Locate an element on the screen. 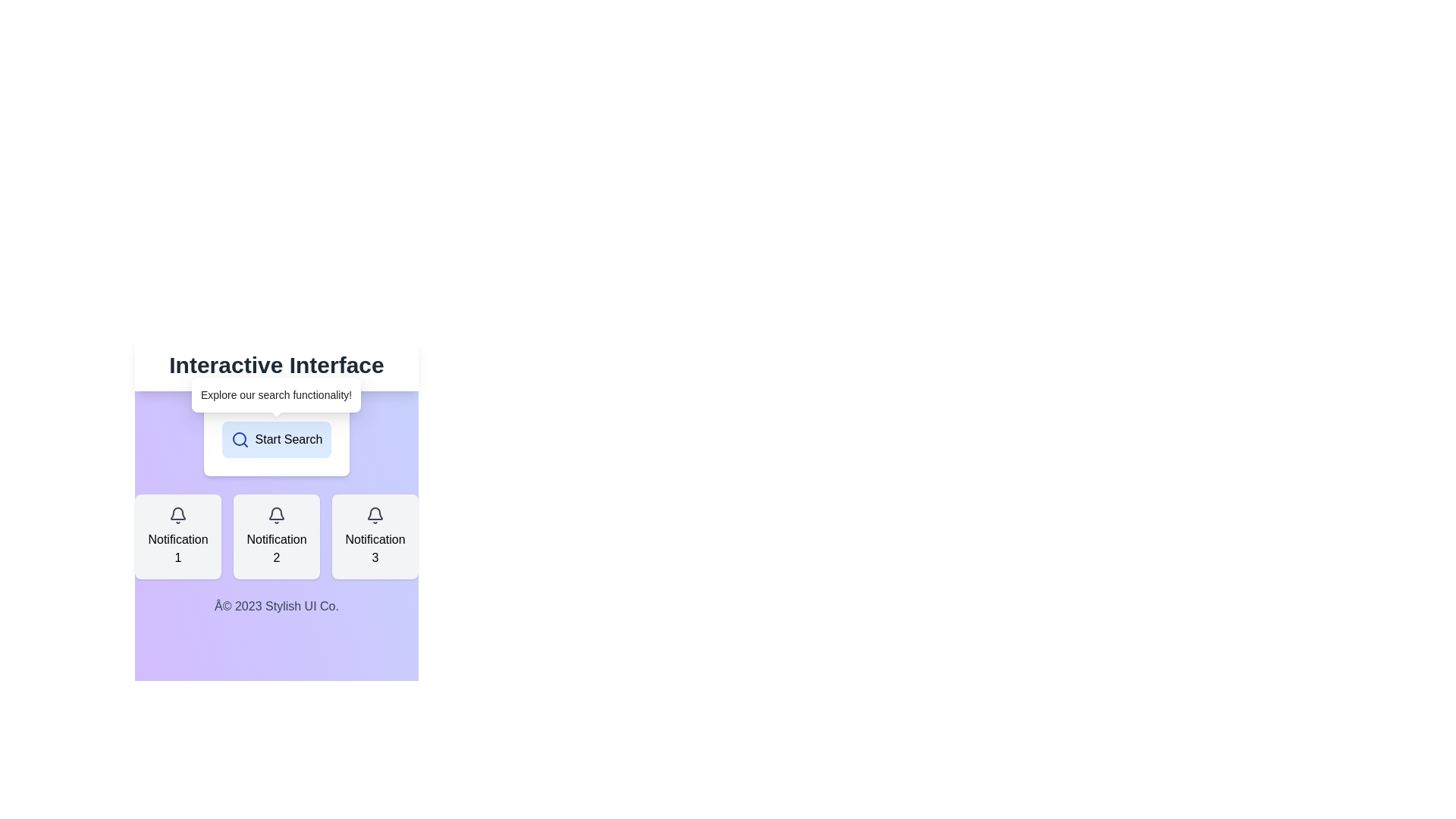 The height and width of the screenshot is (819, 1456). the interactive button with a blue background and the text 'Start Search' is located at coordinates (276, 439).